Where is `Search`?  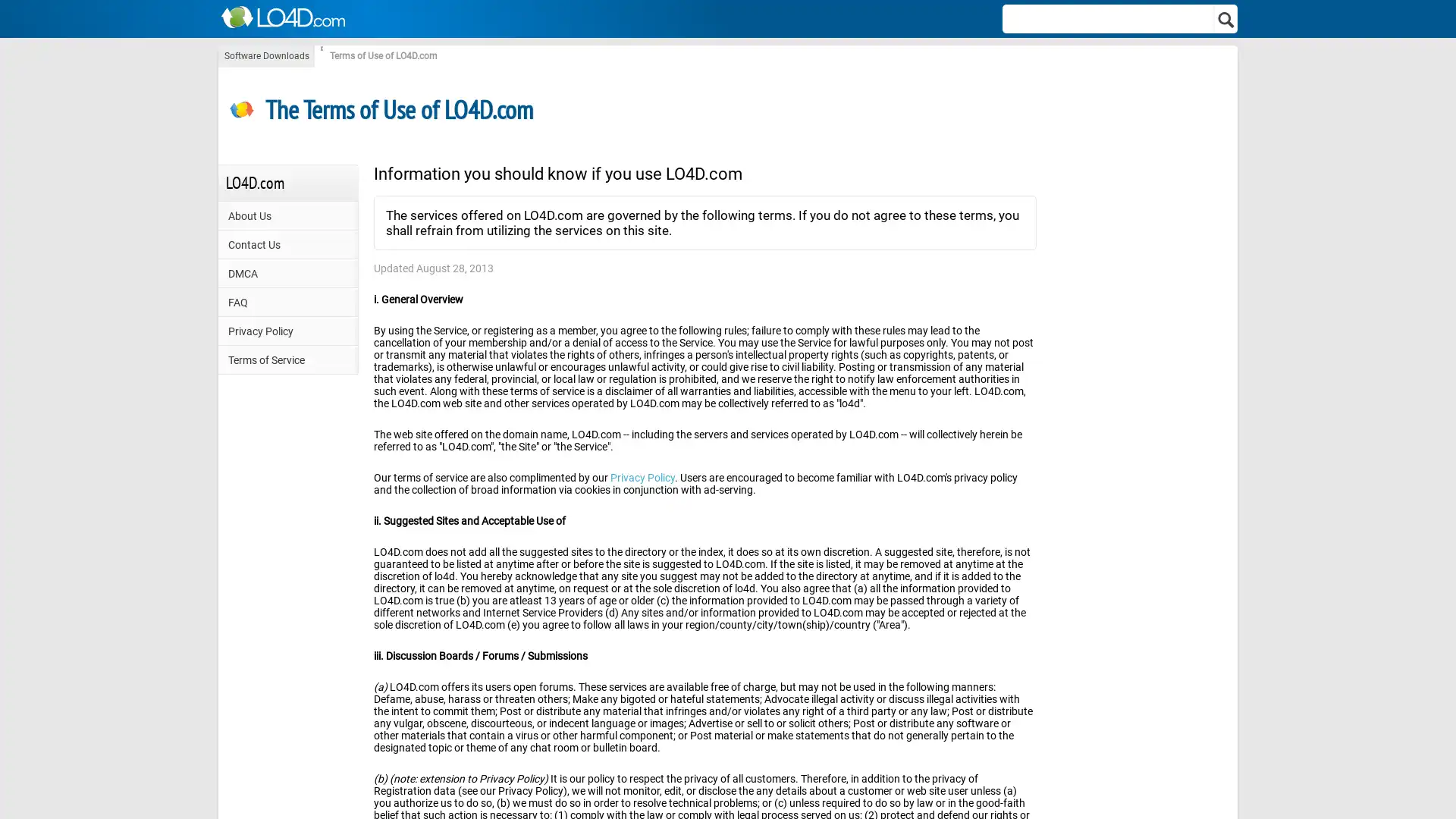 Search is located at coordinates (1226, 18).